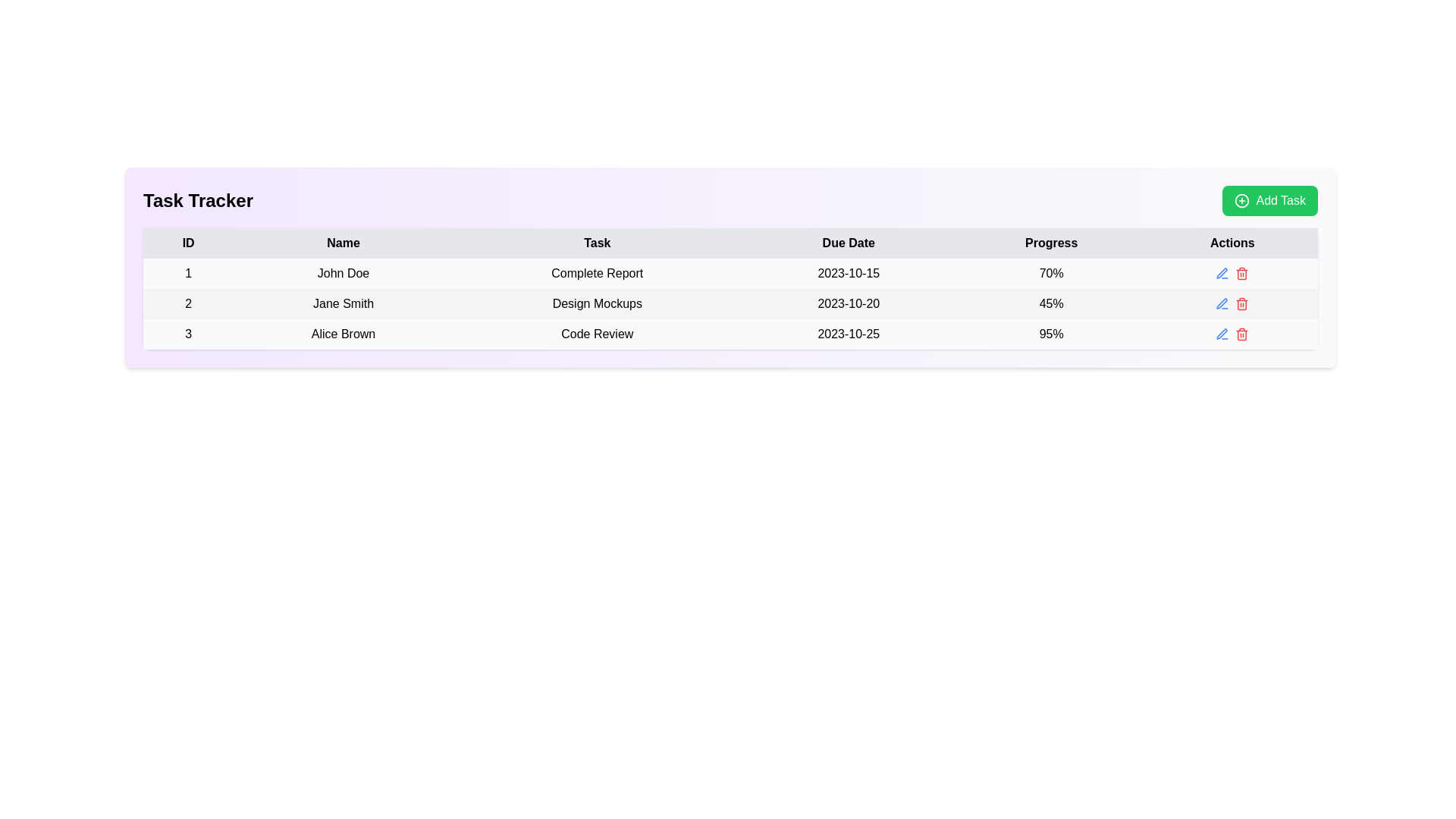 This screenshot has height=819, width=1456. I want to click on the text label displaying the identifier '3' in the first column of the third row of the table, so click(187, 333).